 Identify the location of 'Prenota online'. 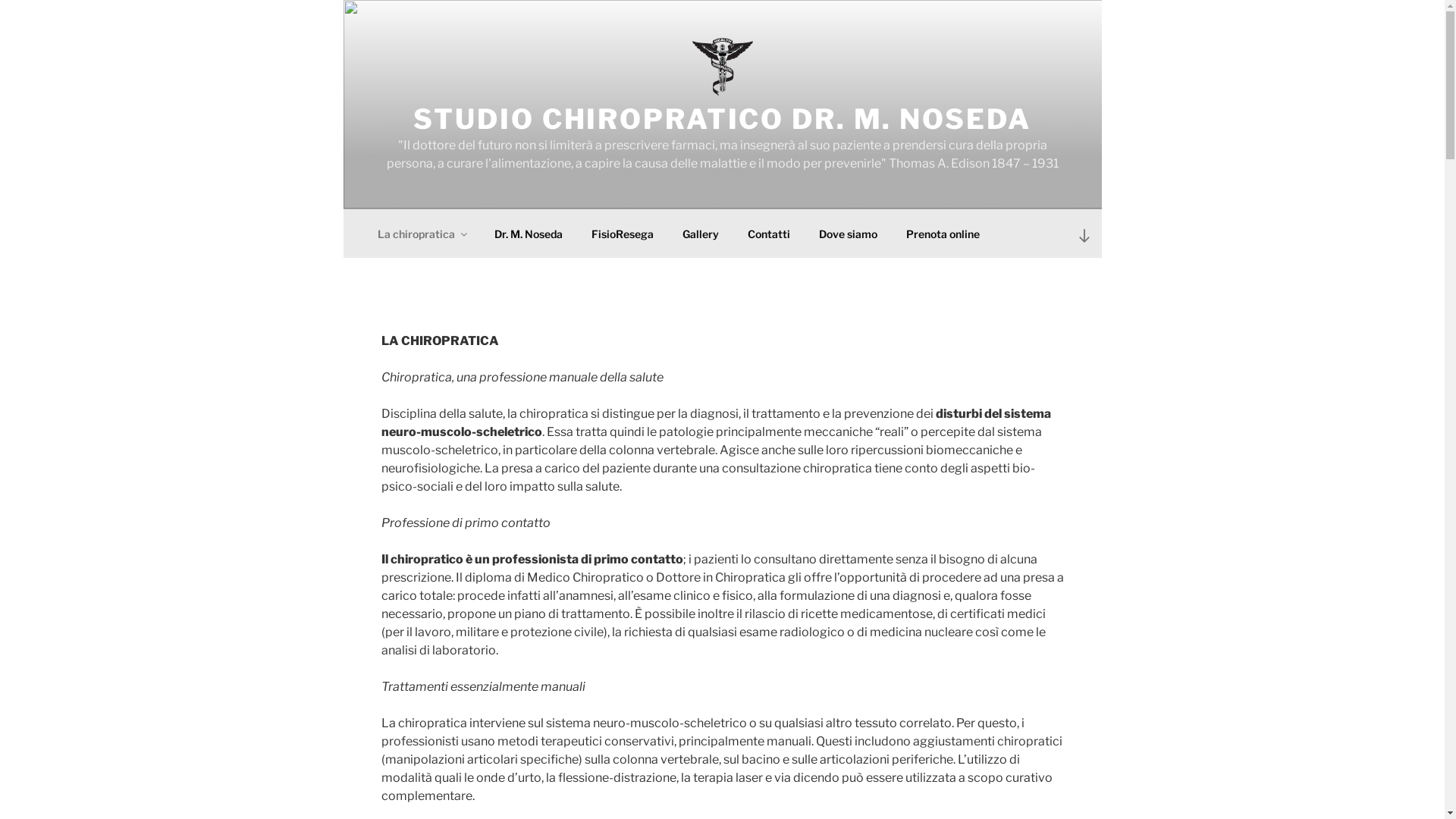
(893, 233).